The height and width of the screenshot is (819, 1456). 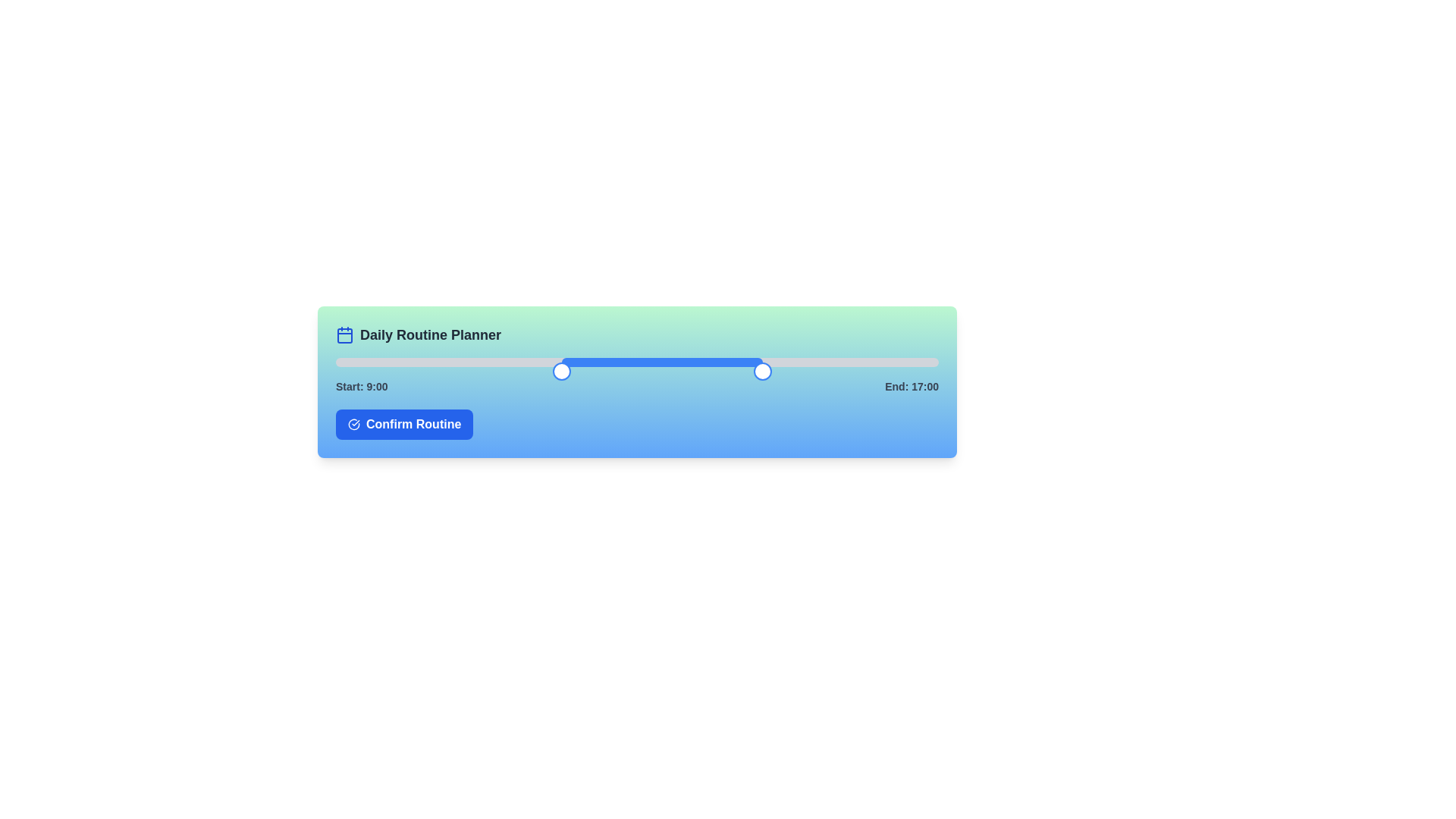 I want to click on the small calendar icon with a blue outline located to the left of the 'Daily Routine Planner' text, so click(x=344, y=334).